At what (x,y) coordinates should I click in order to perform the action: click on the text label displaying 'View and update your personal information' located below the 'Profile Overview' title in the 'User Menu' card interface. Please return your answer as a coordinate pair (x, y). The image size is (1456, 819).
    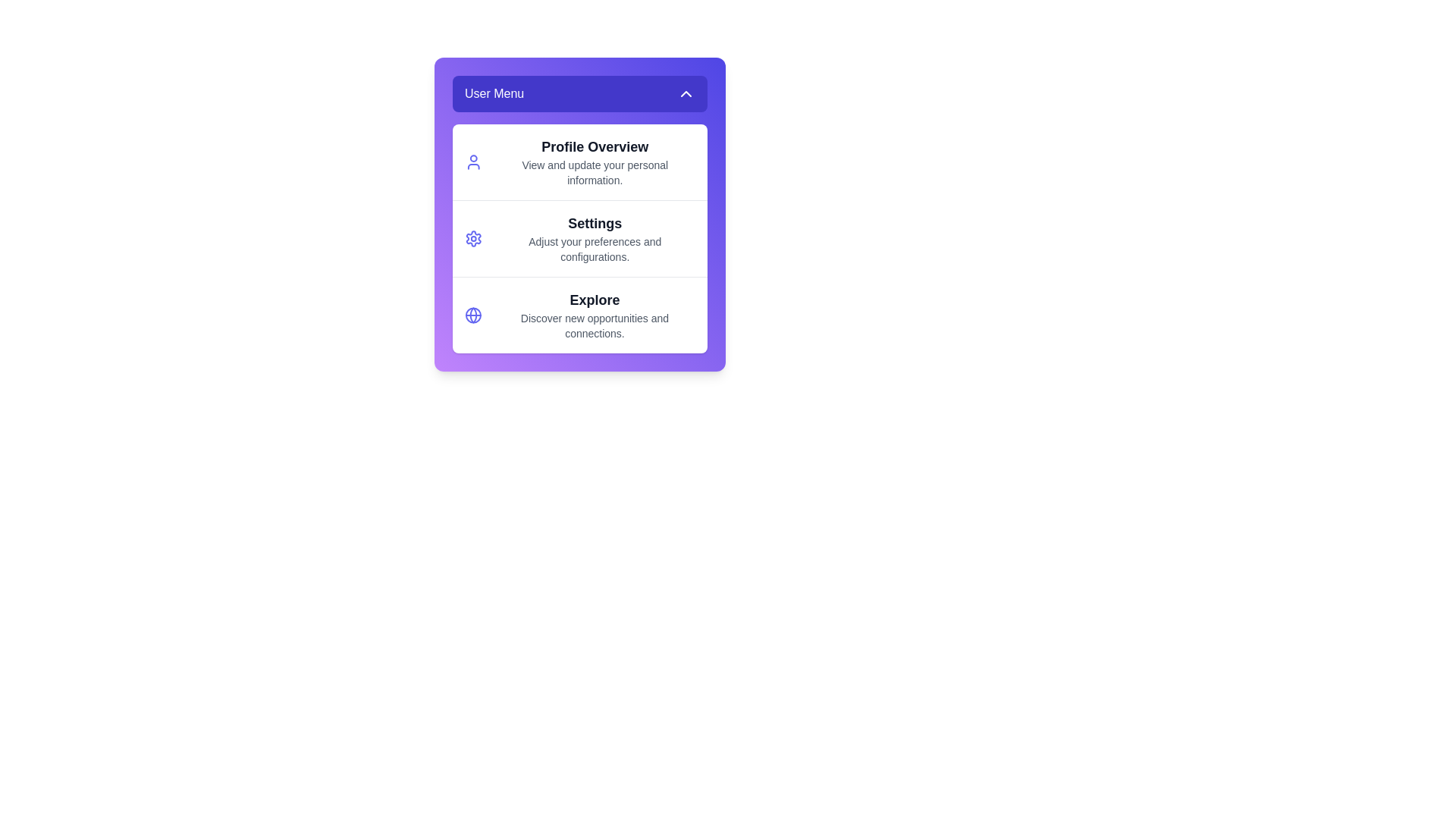
    Looking at the image, I should click on (594, 171).